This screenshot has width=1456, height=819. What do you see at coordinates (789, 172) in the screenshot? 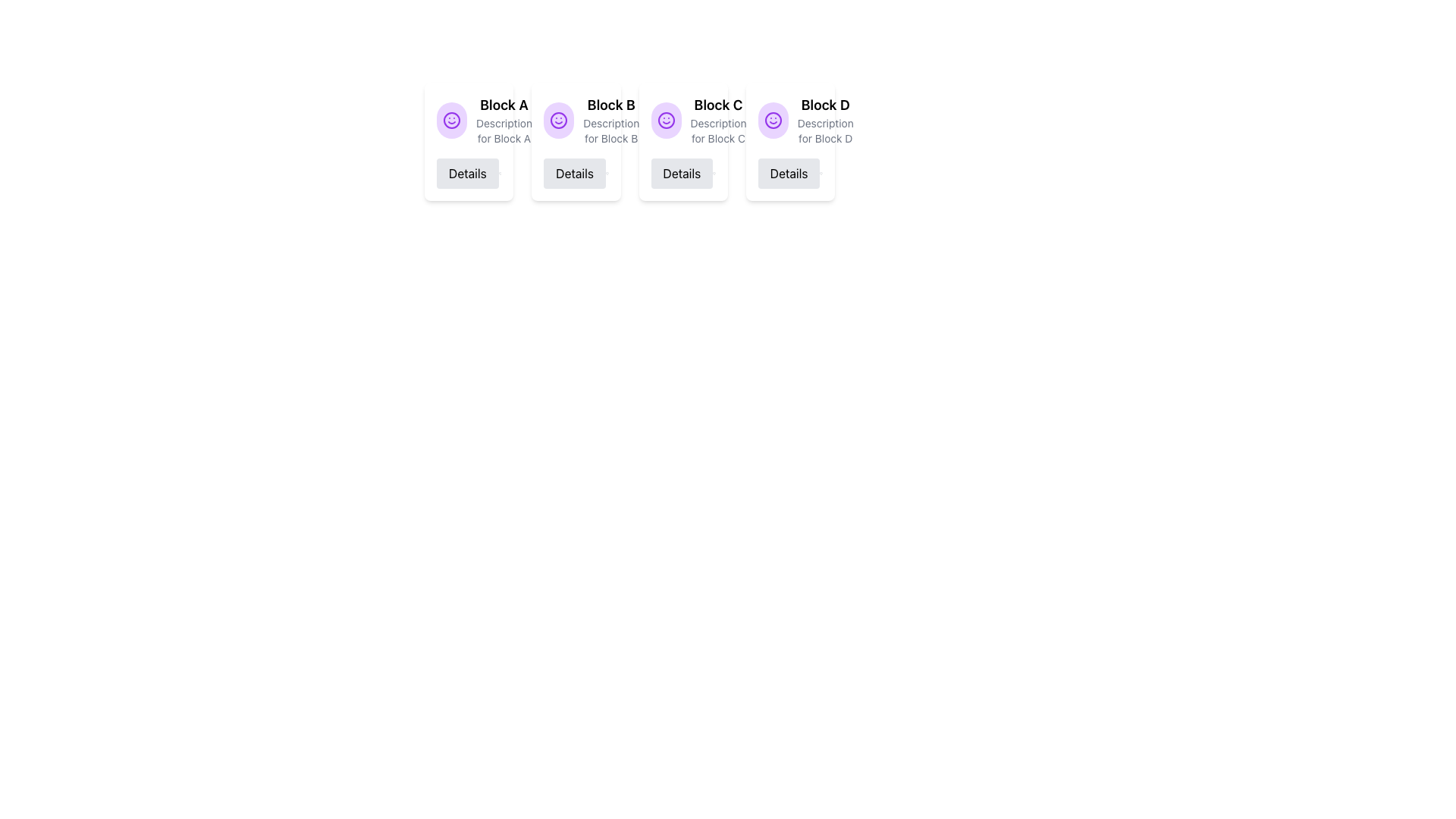
I see `the button located under the title 'Block D'` at bounding box center [789, 172].